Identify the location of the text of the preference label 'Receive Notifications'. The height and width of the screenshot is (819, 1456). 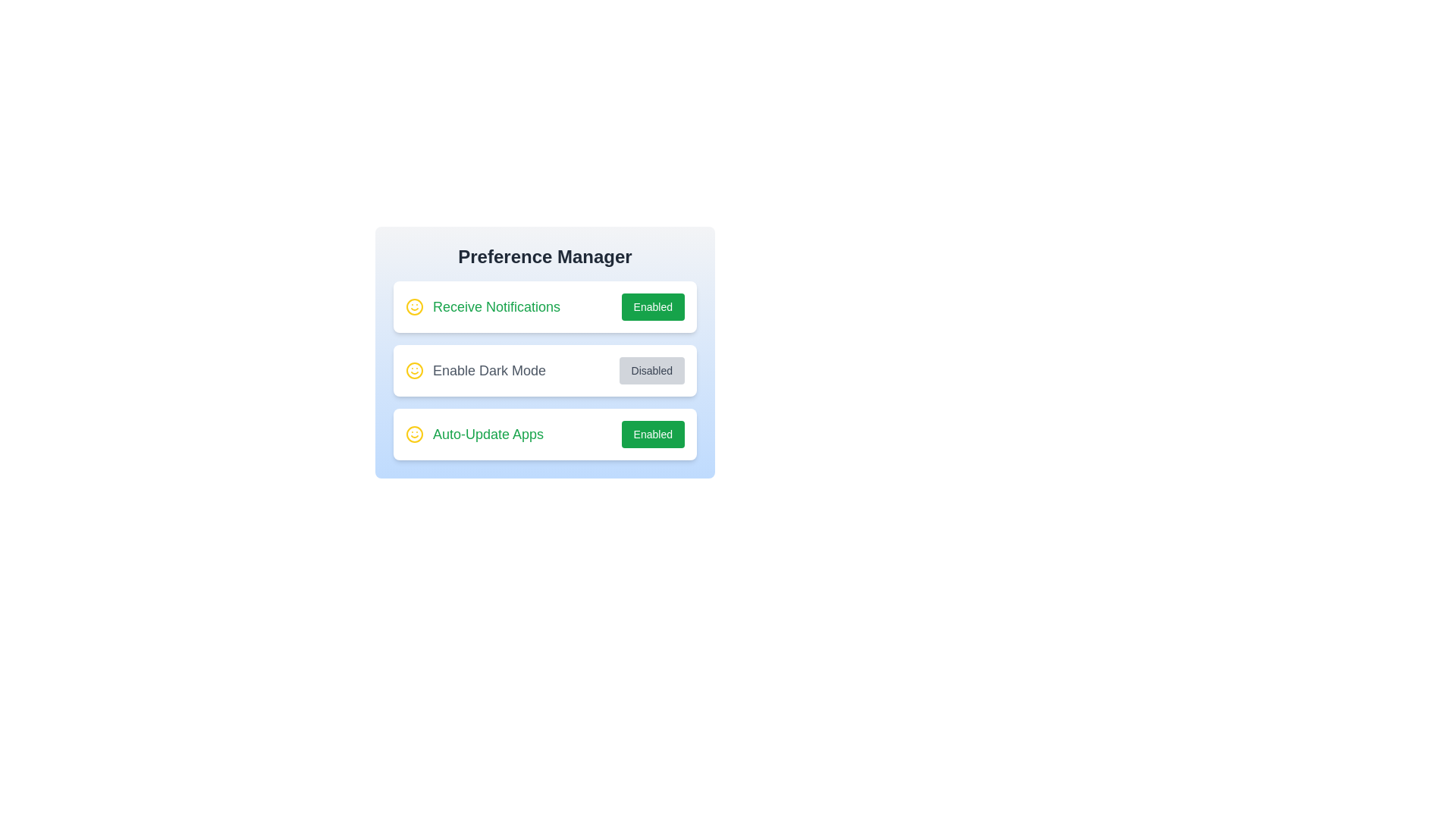
(482, 307).